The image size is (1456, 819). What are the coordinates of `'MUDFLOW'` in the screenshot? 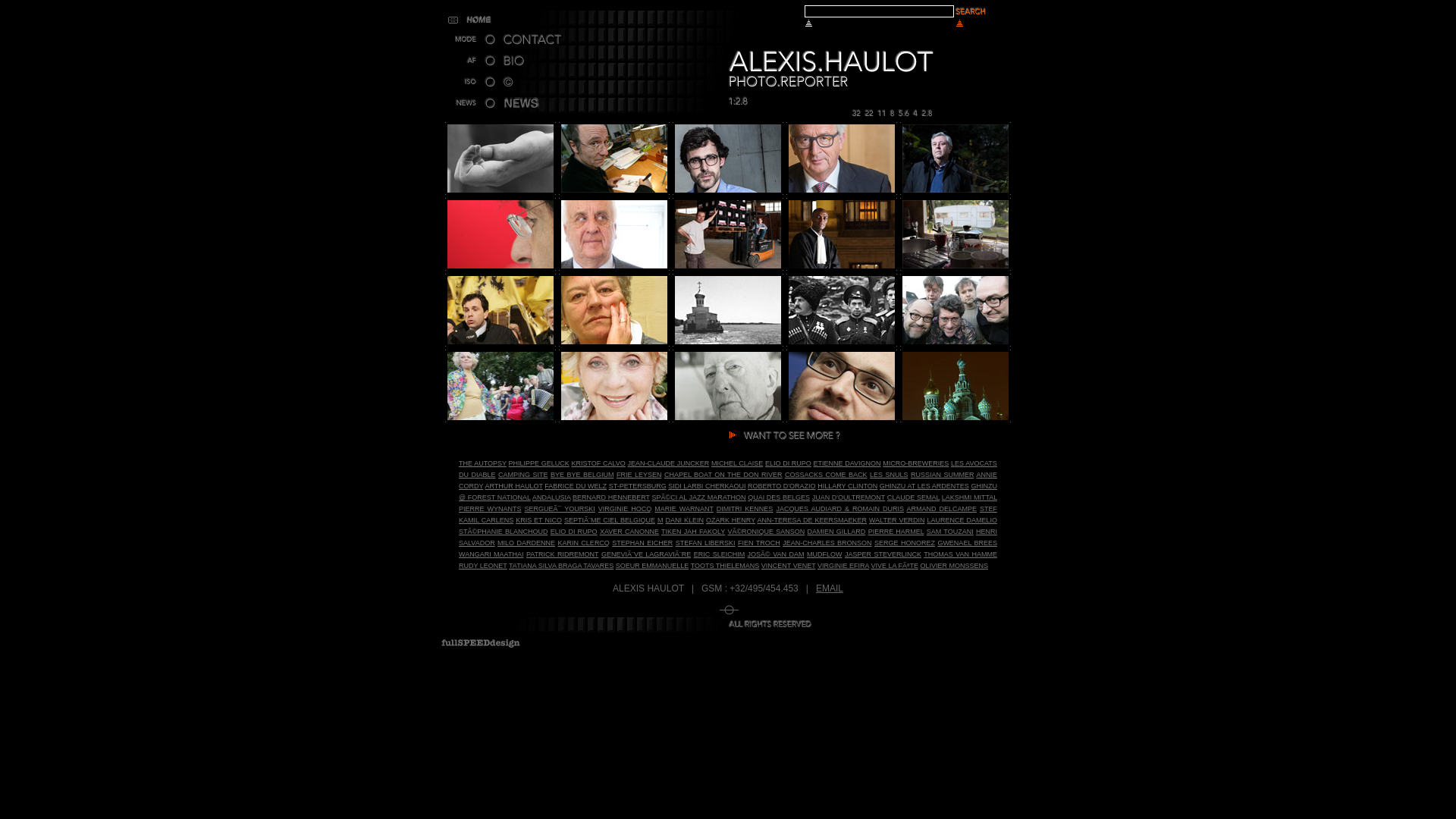 It's located at (824, 554).